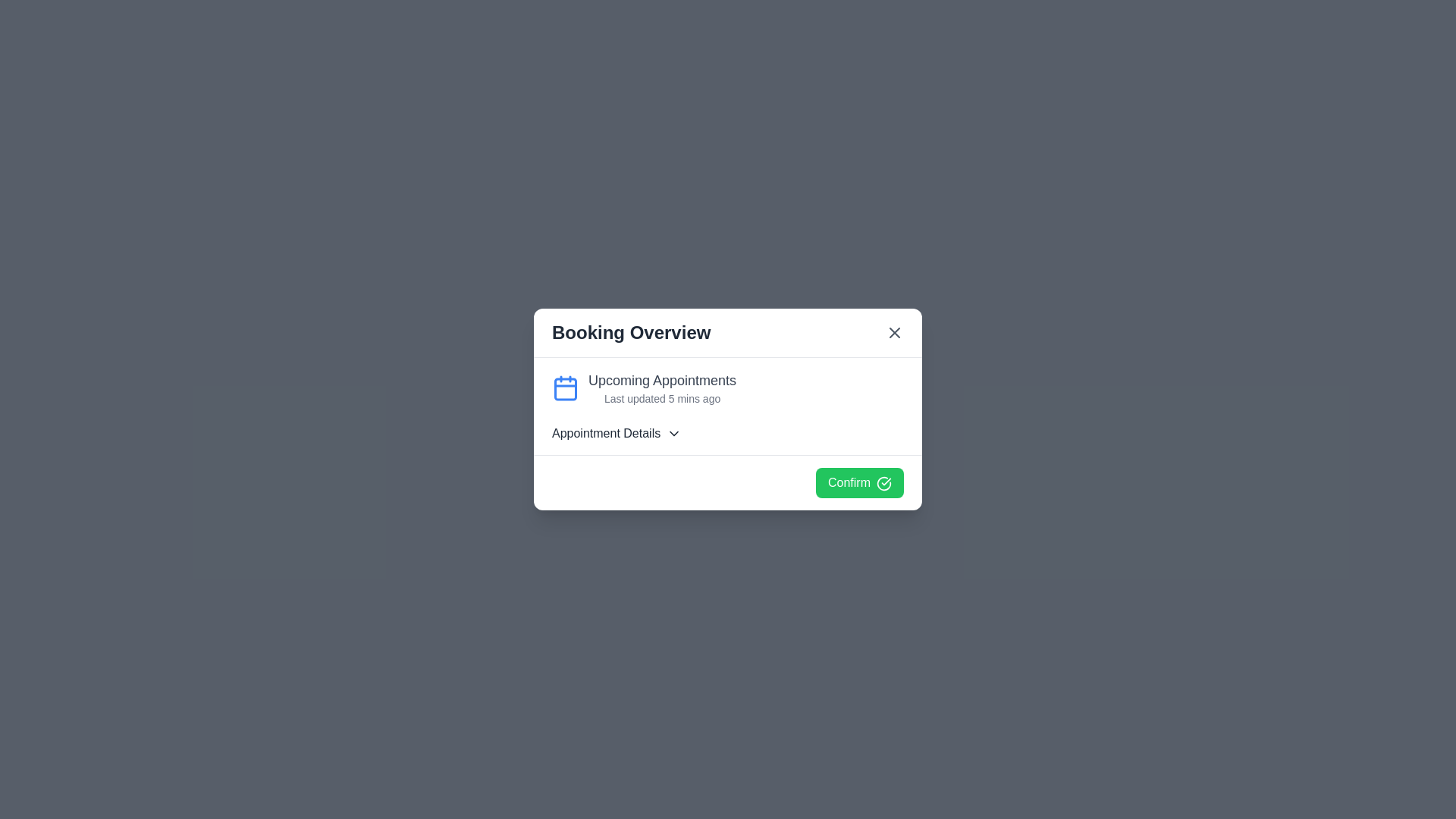 The height and width of the screenshot is (819, 1456). Describe the element at coordinates (895, 332) in the screenshot. I see `the 'X' icon button located at the top-right corner of the 'Booking Overview' panel for visual feedback` at that location.